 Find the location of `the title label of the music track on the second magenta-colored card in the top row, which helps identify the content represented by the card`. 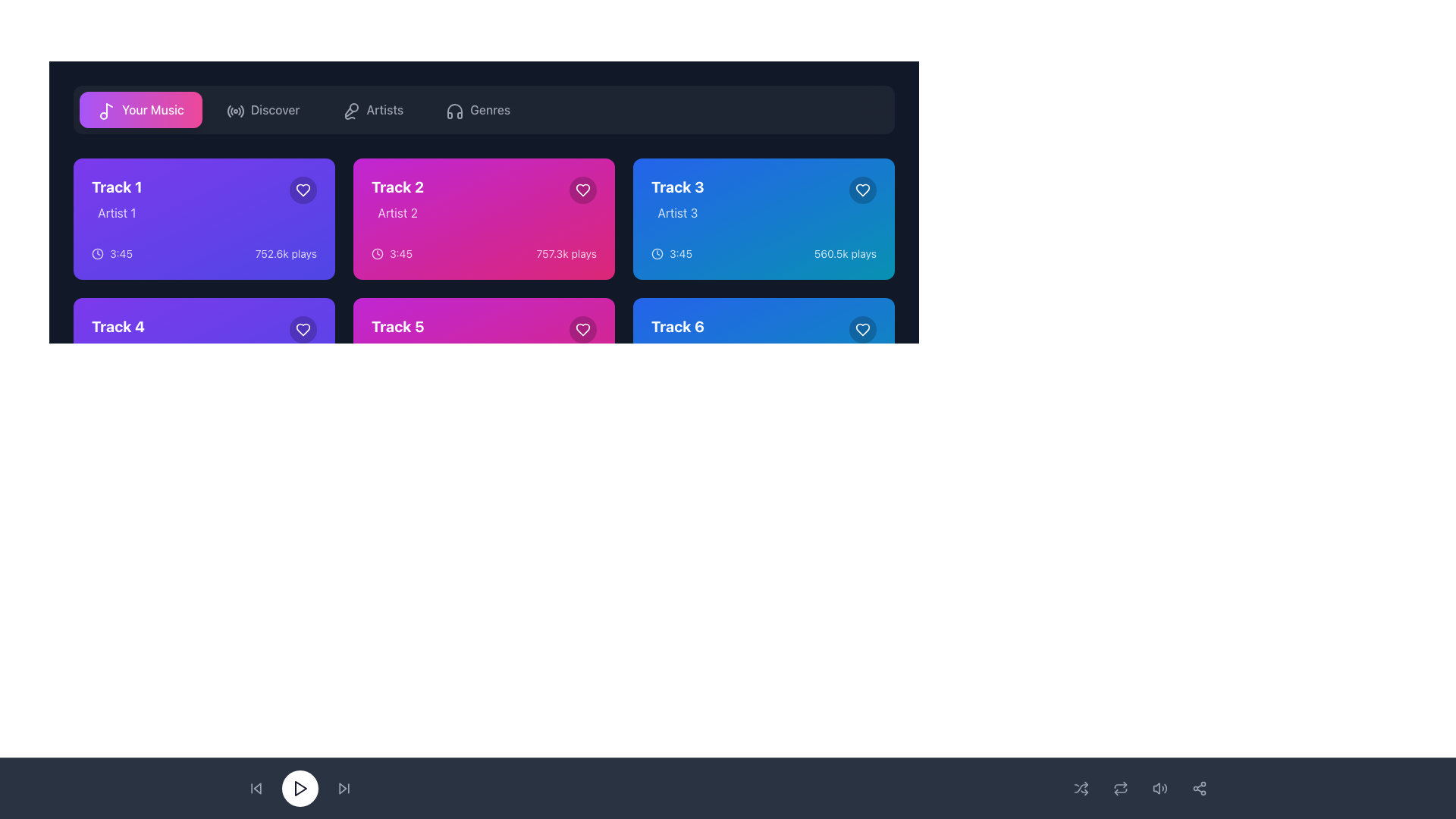

the title label of the music track on the second magenta-colored card in the top row, which helps identify the content represented by the card is located at coordinates (397, 186).